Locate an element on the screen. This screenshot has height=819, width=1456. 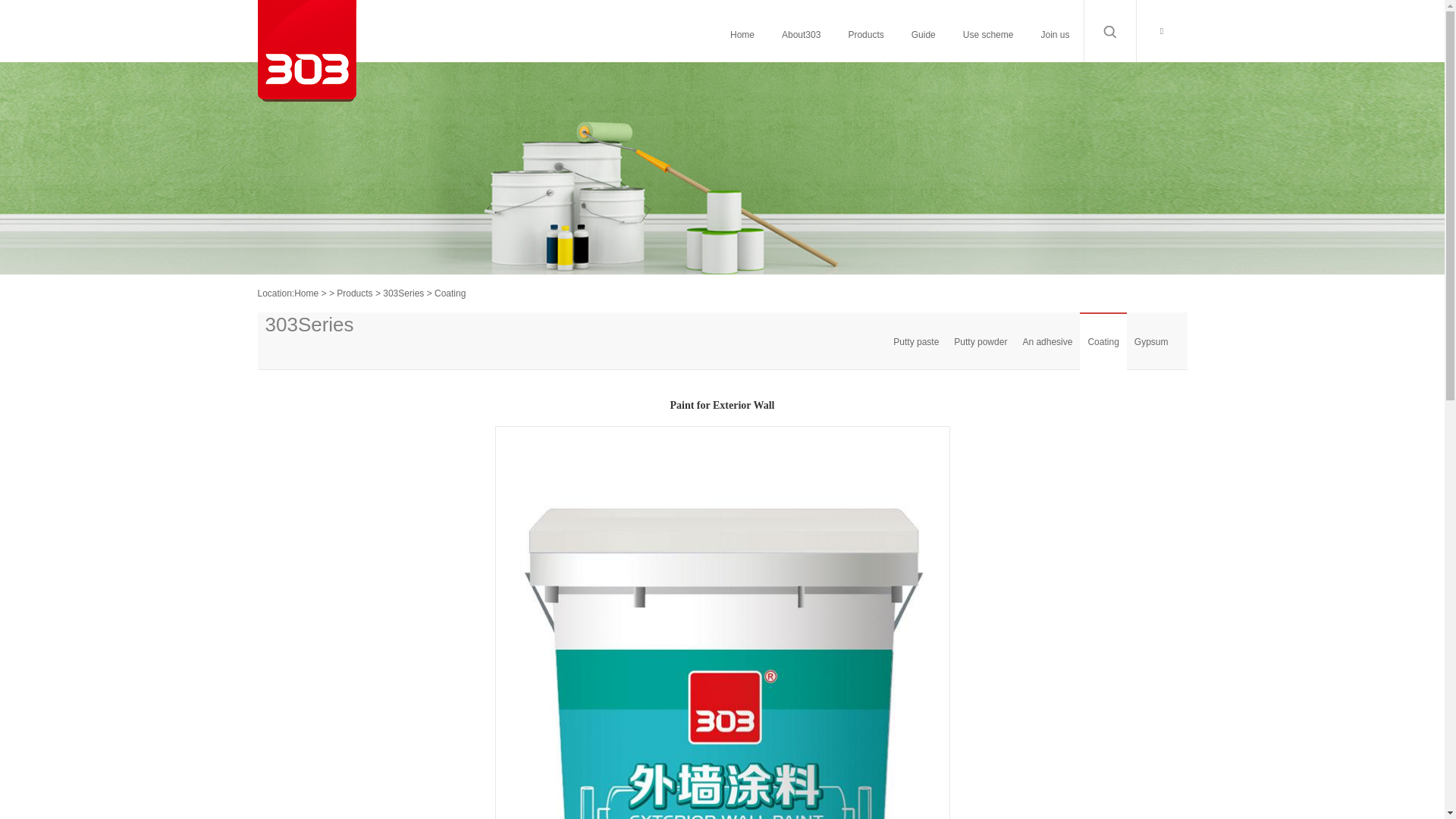
'Gypsum' is located at coordinates (1127, 341).